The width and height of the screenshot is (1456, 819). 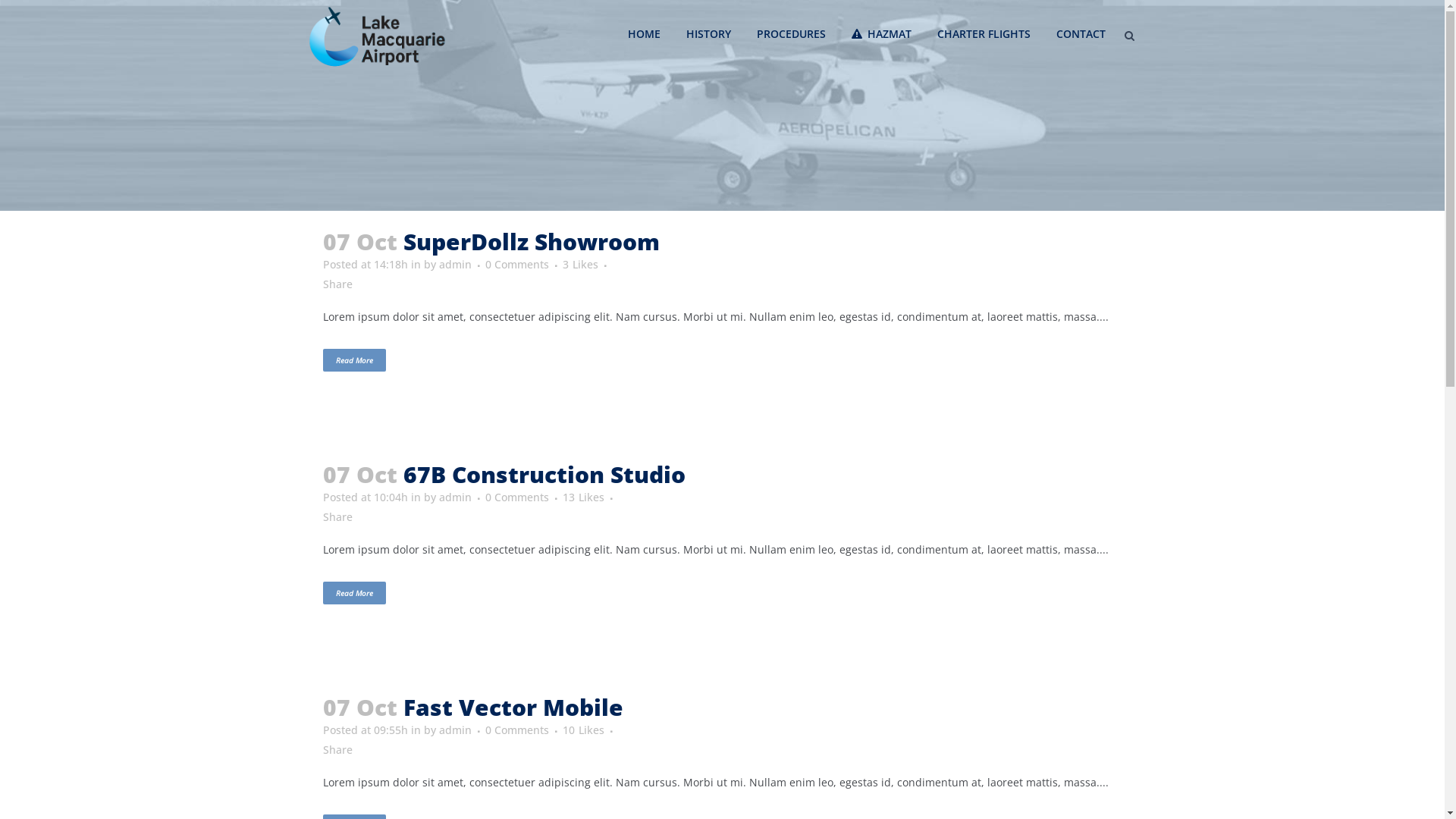 I want to click on 'Read More', so click(x=322, y=359).